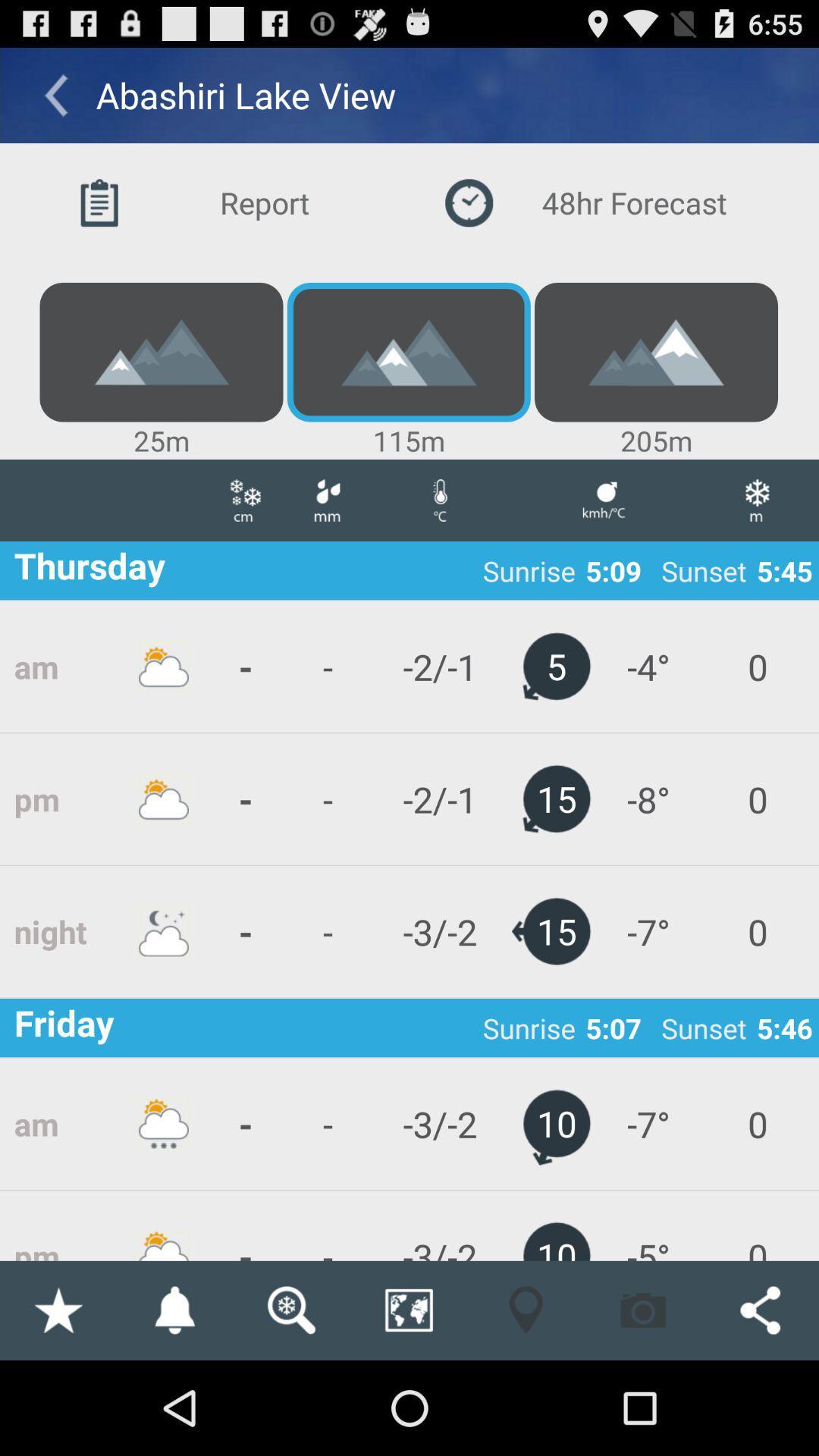 This screenshot has height=1456, width=819. I want to click on the notifications icon, so click(174, 1401).